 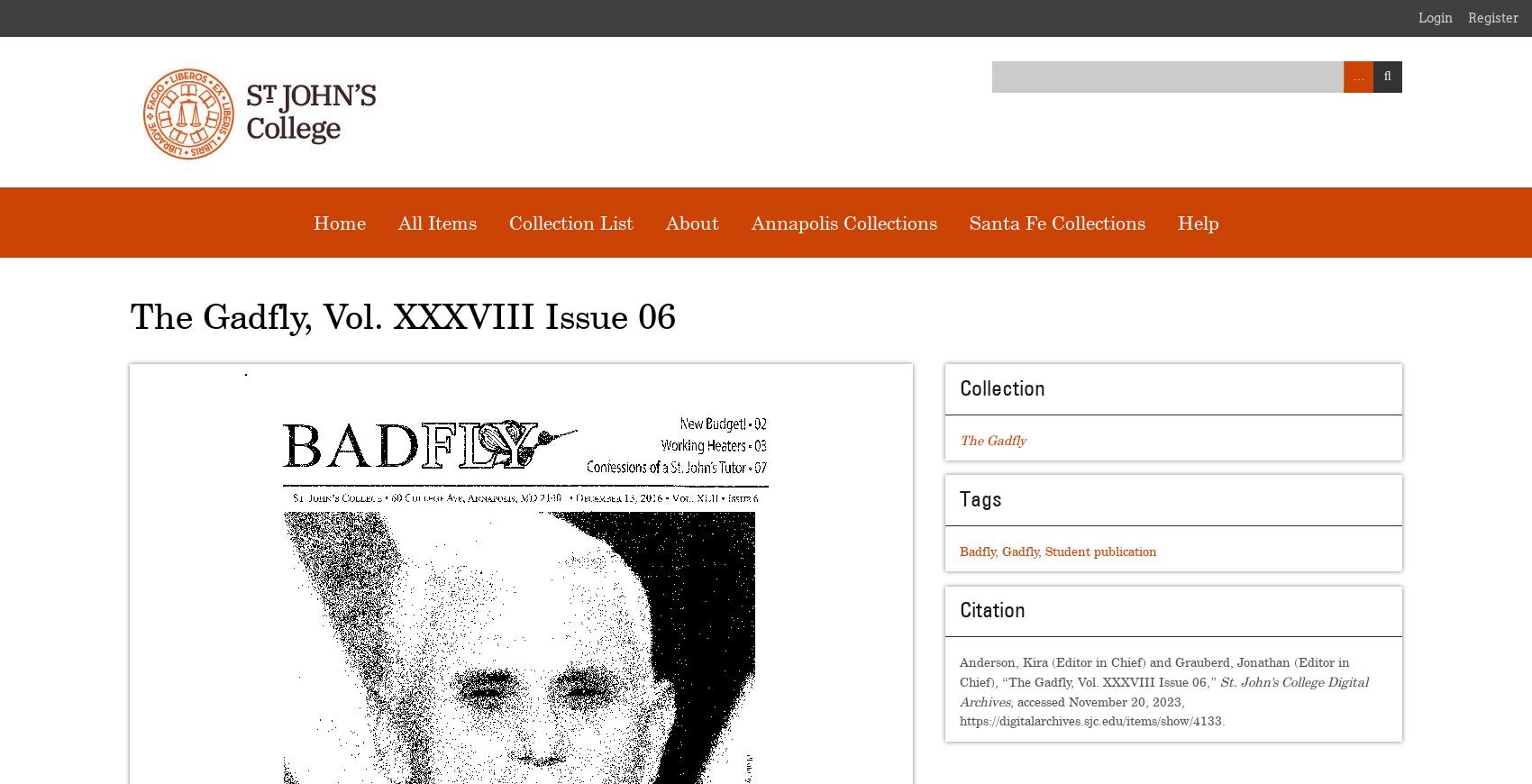 I want to click on 'Student publication', so click(x=1099, y=550).